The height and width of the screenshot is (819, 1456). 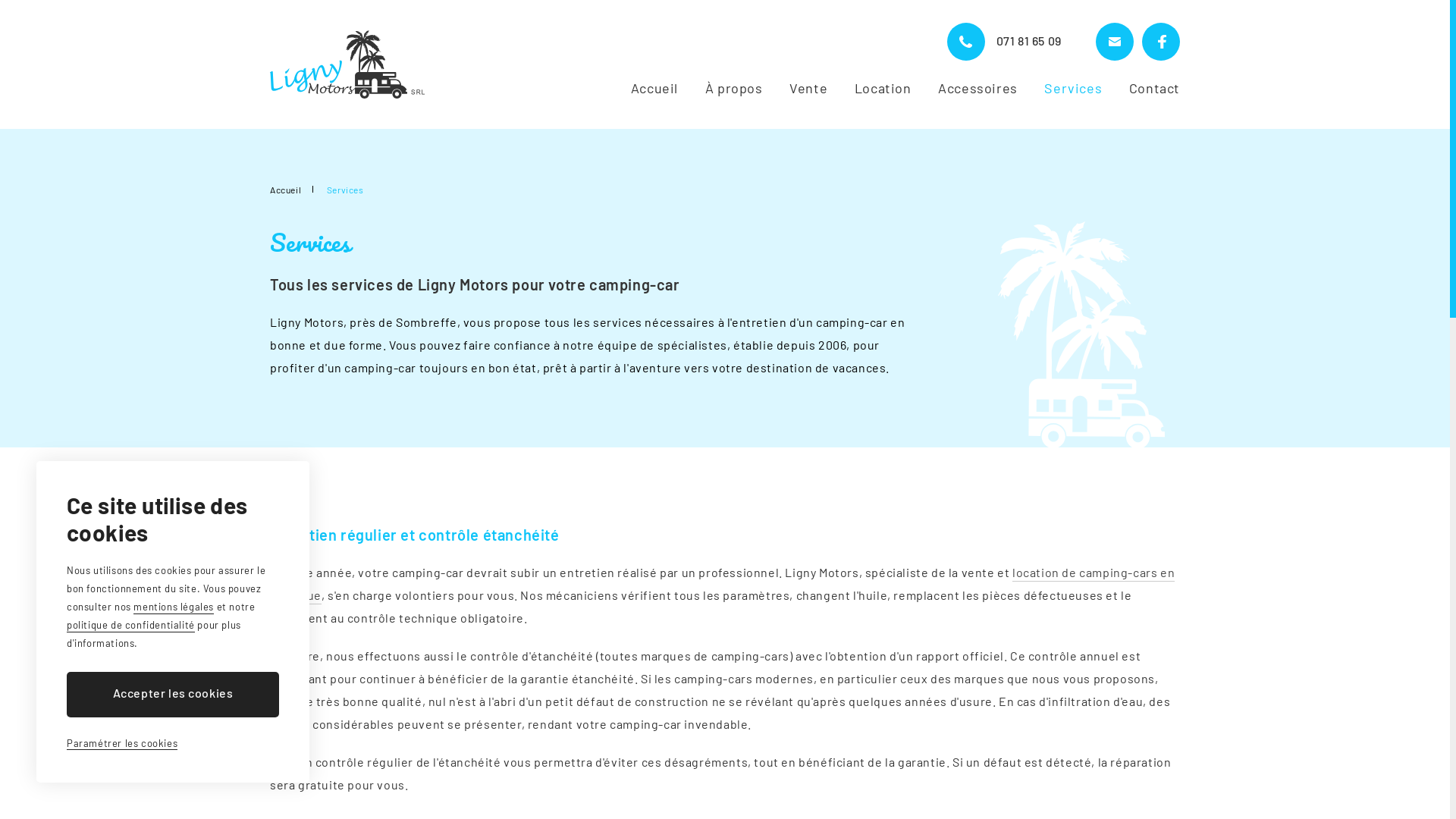 What do you see at coordinates (883, 89) in the screenshot?
I see `'Location'` at bounding box center [883, 89].